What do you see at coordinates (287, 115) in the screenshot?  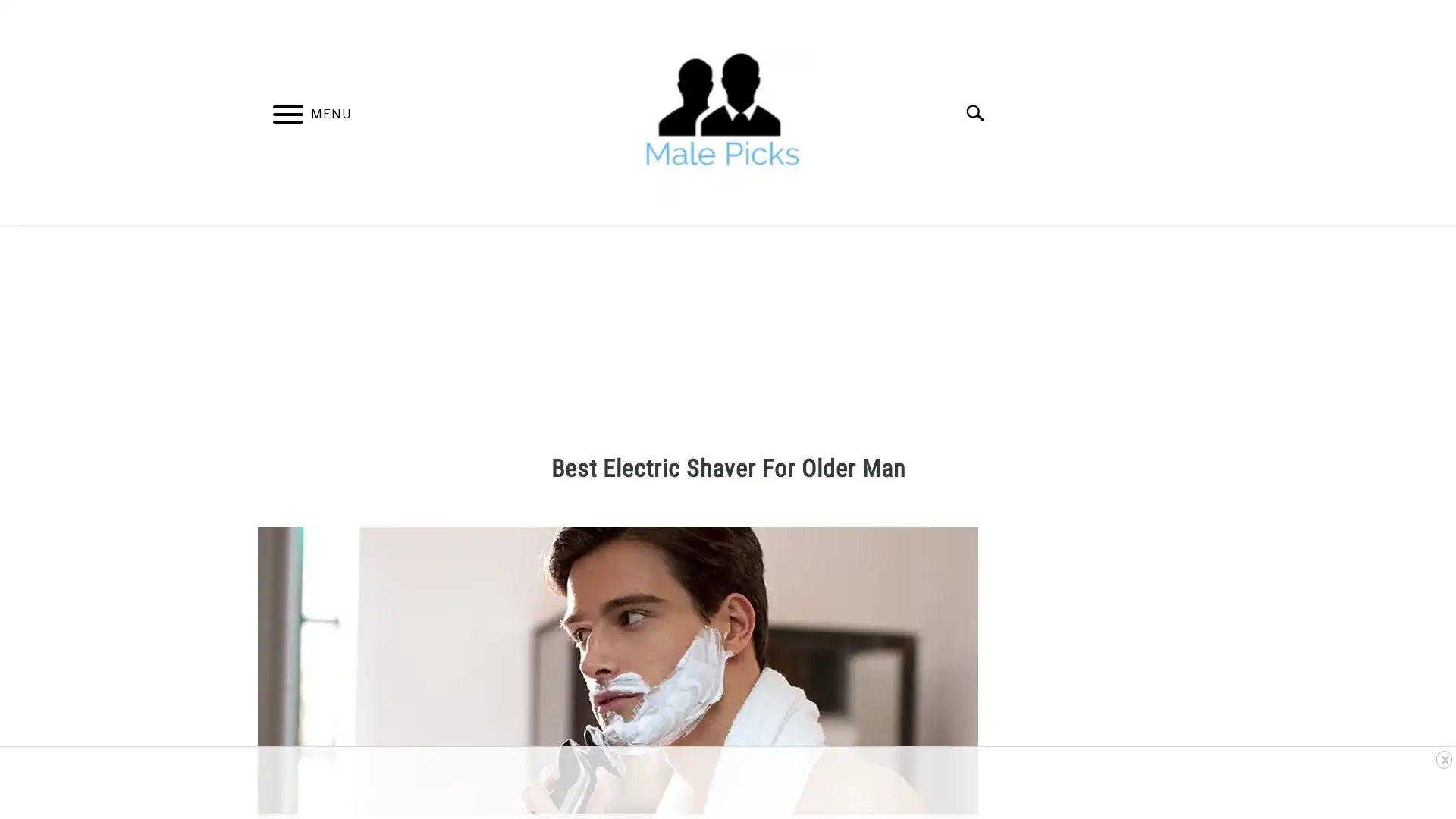 I see `Menu` at bounding box center [287, 115].